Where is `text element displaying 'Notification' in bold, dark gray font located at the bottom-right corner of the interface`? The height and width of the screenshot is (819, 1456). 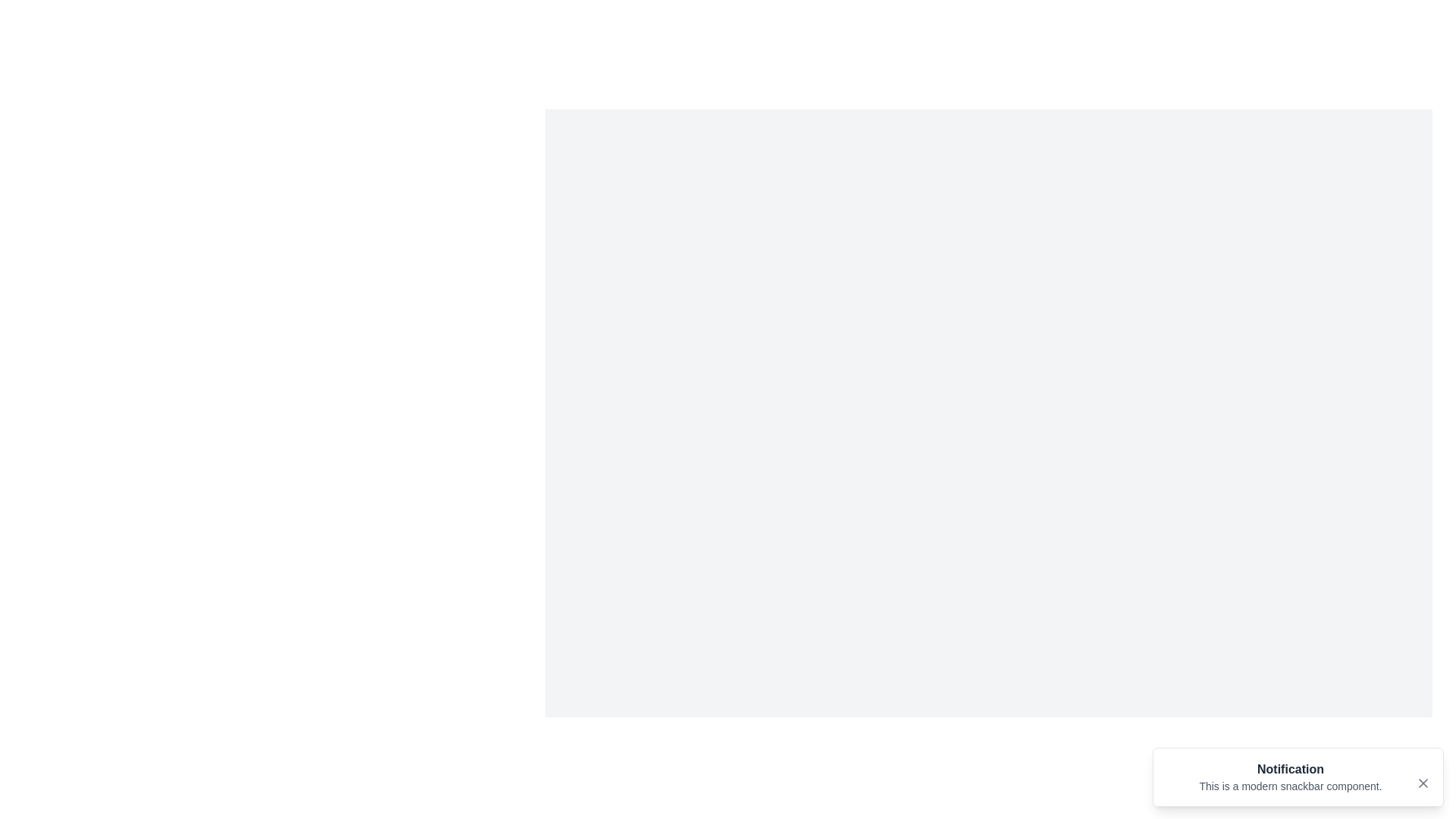 text element displaying 'Notification' in bold, dark gray font located at the bottom-right corner of the interface is located at coordinates (1290, 769).